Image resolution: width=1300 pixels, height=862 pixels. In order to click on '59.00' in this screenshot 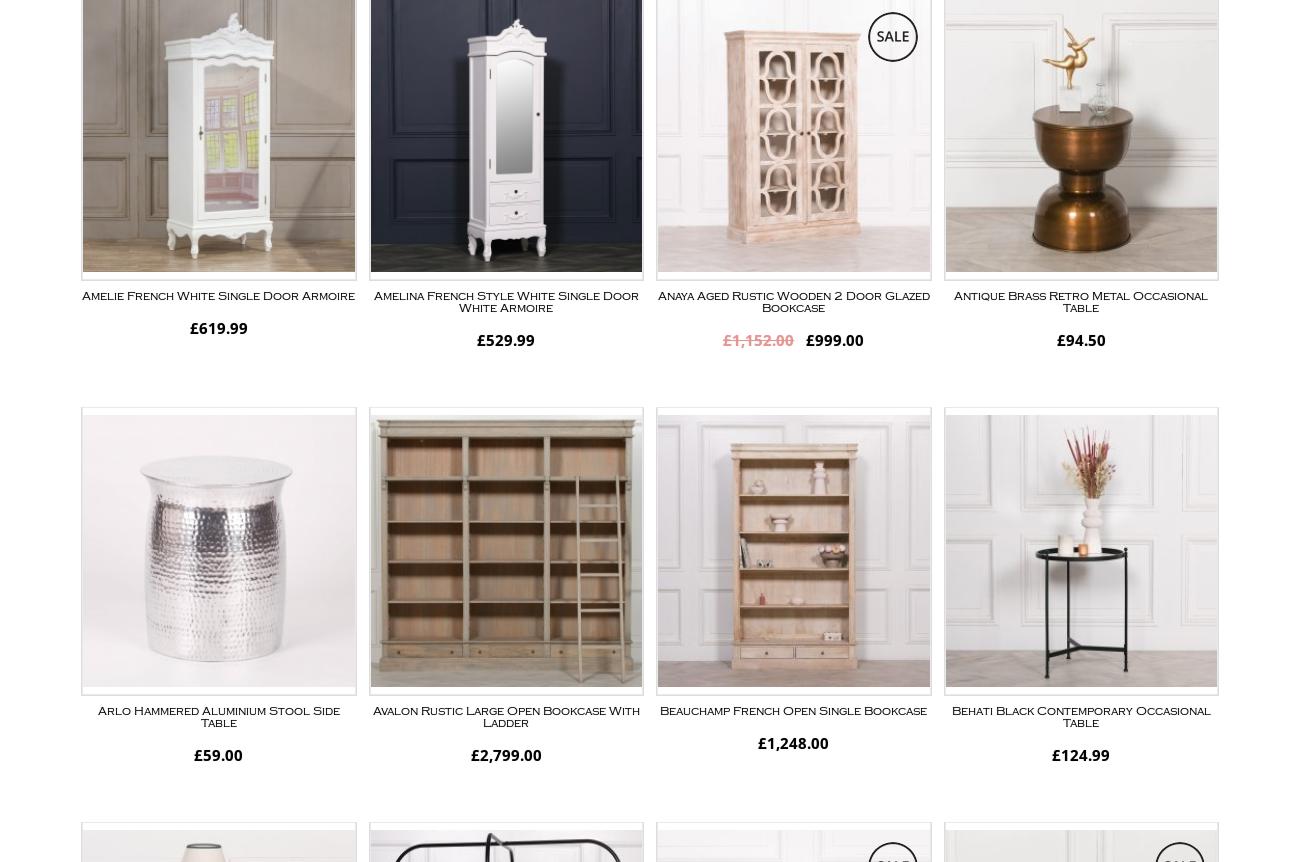, I will do `click(221, 753)`.